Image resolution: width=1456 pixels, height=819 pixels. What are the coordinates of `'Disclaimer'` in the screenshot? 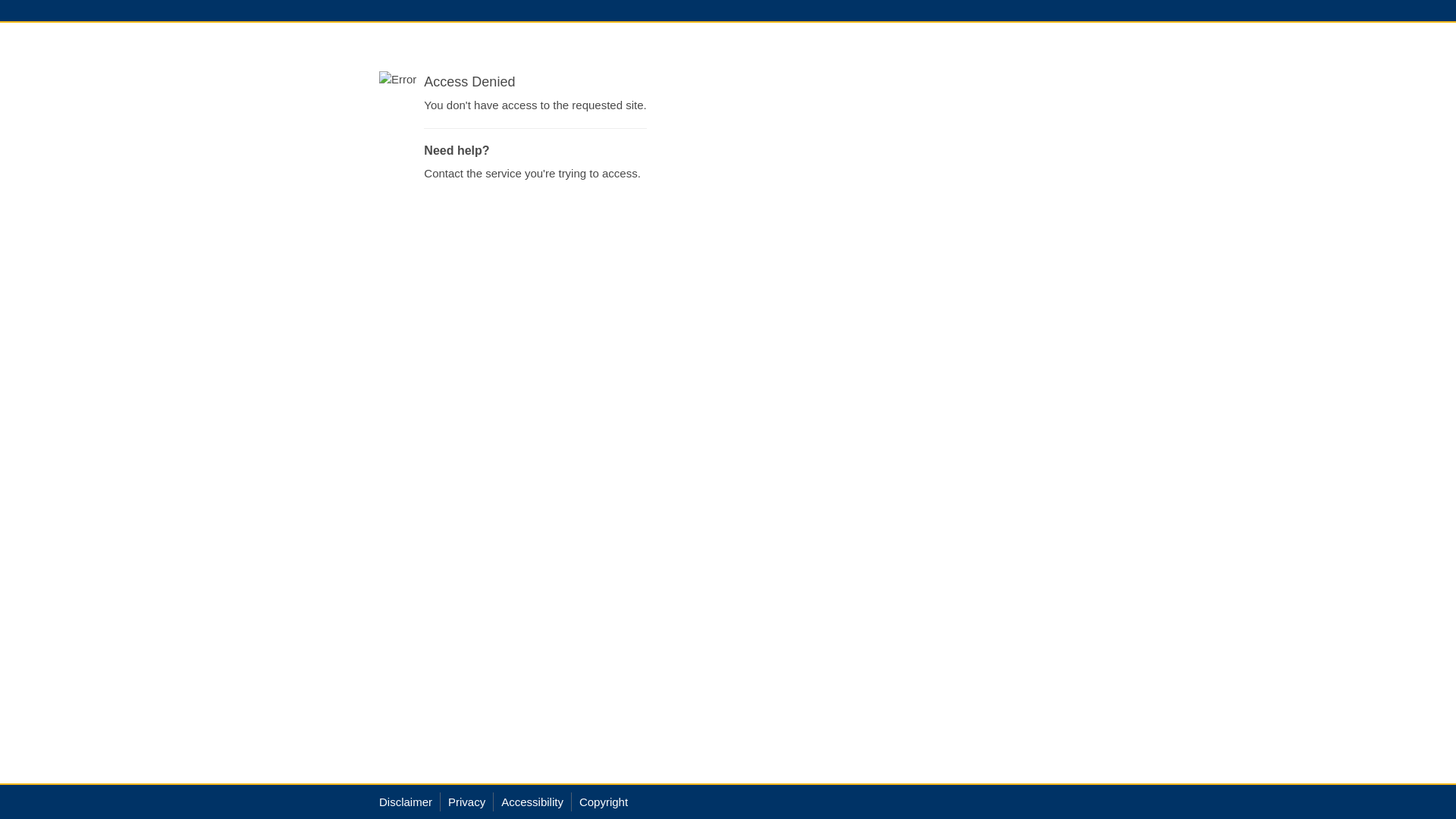 It's located at (405, 801).